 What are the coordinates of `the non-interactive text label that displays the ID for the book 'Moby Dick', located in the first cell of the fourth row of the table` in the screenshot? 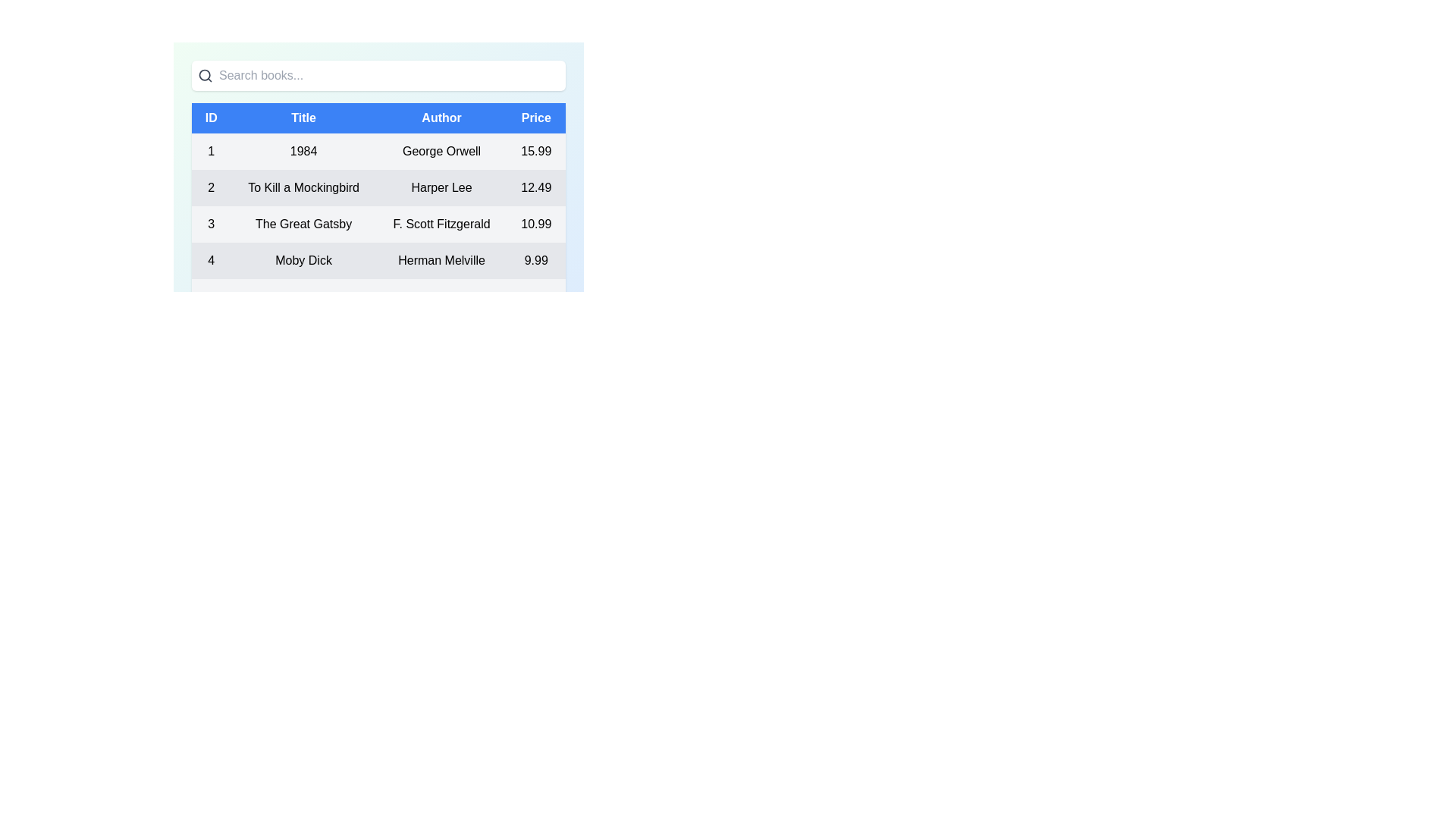 It's located at (210, 259).